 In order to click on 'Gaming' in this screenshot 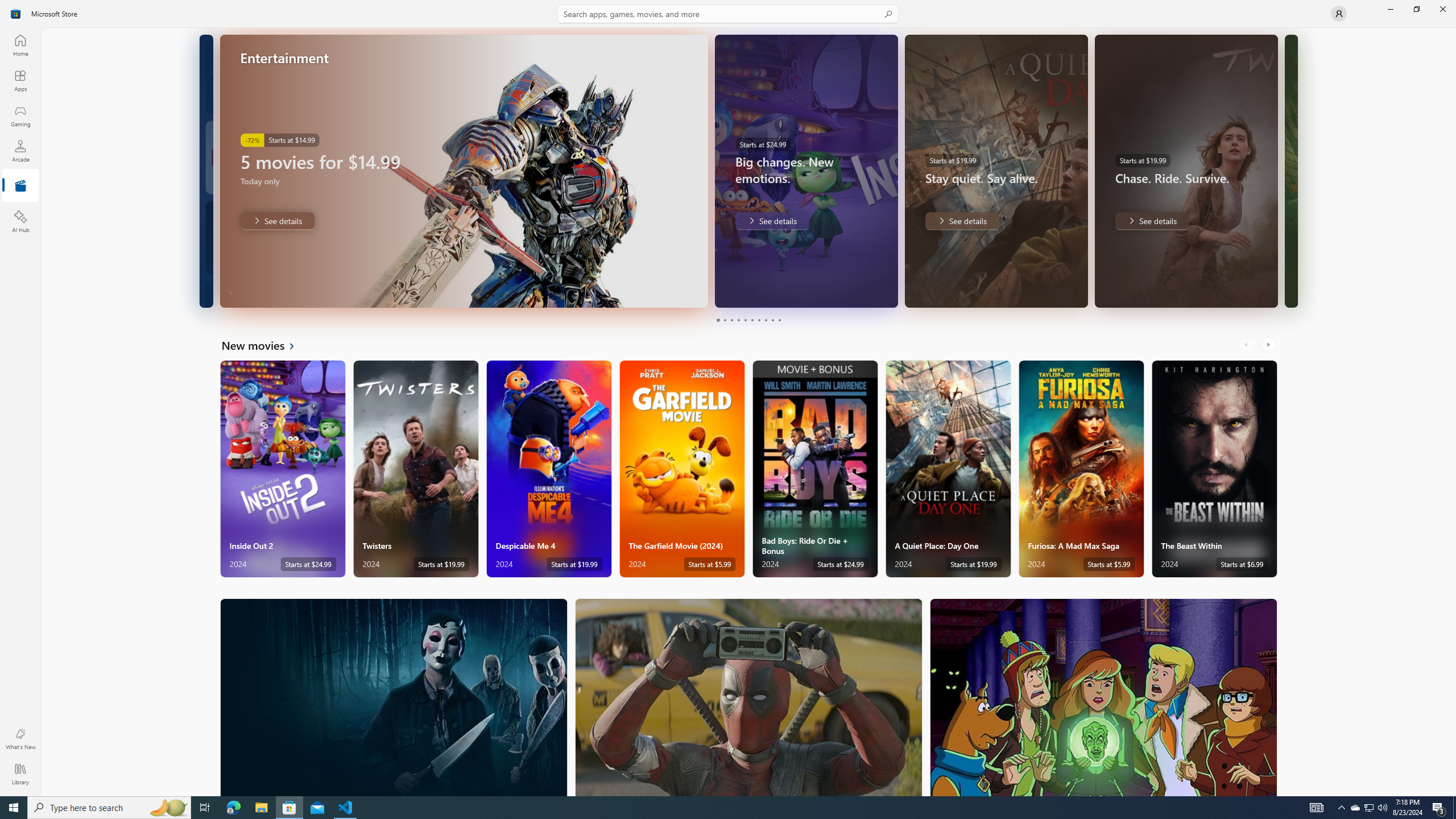, I will do `click(19, 115)`.